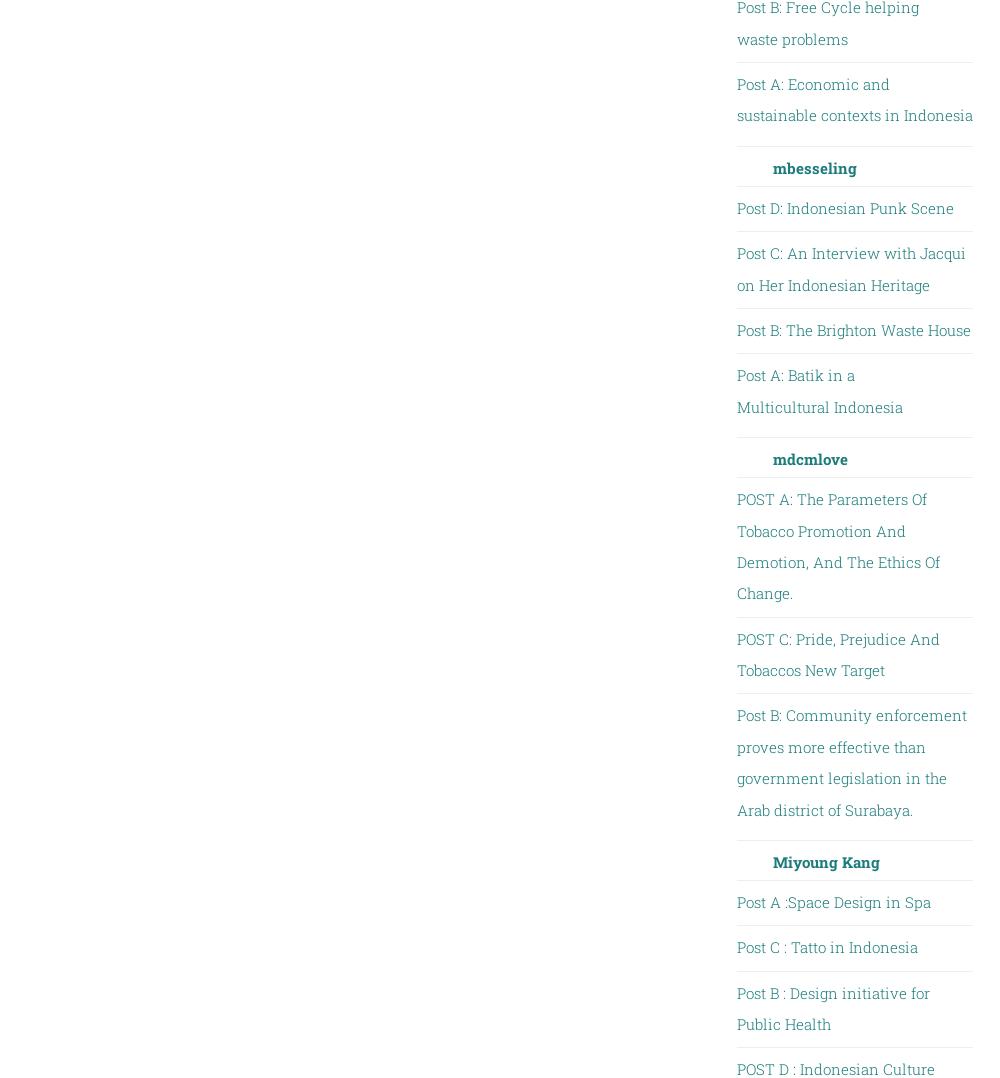 Image resolution: width=1000 pixels, height=1078 pixels. I want to click on 'Post B : Design initiative for Public Health', so click(831, 1007).